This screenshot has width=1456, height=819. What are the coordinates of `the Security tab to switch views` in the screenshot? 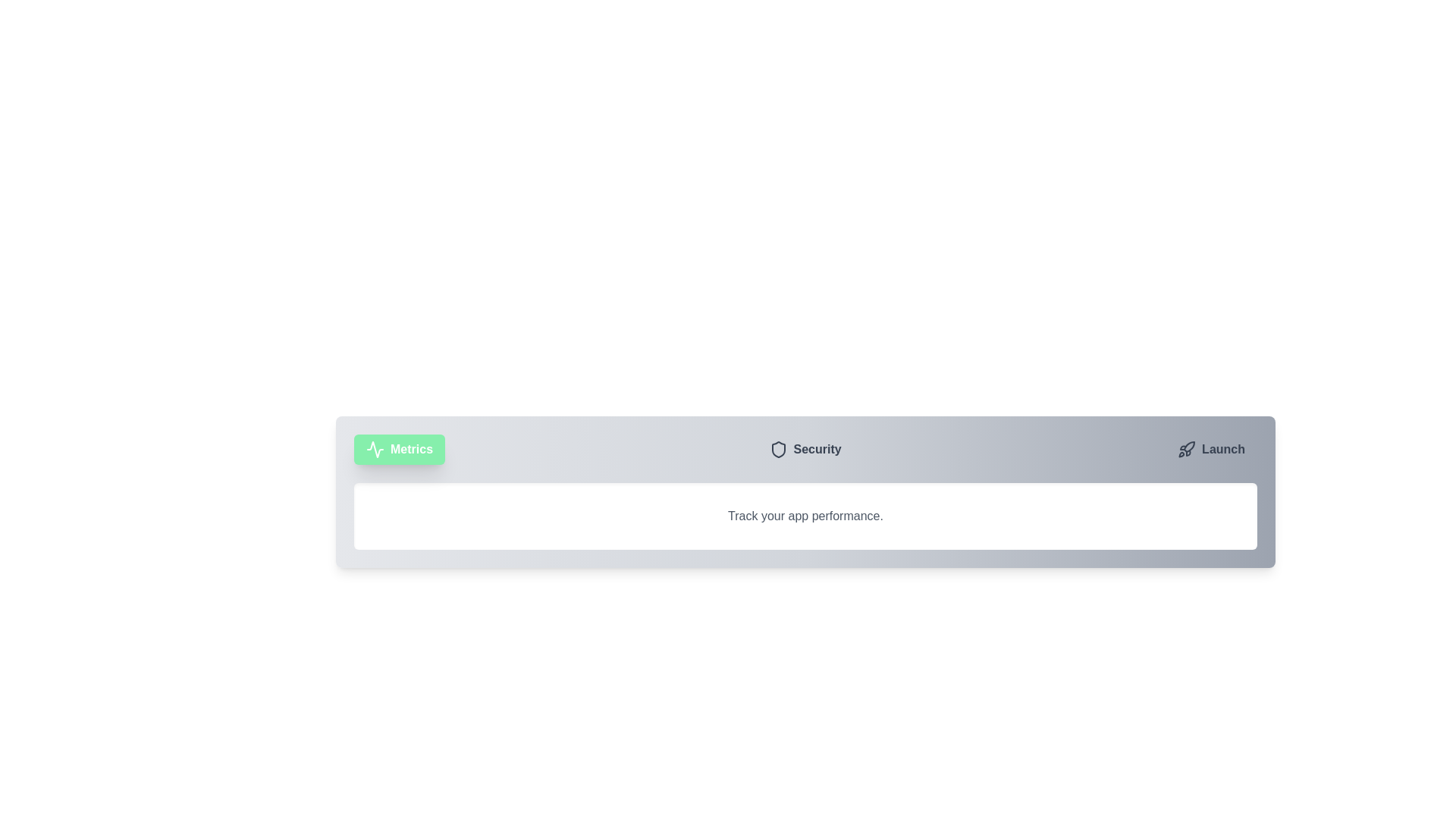 It's located at (804, 449).